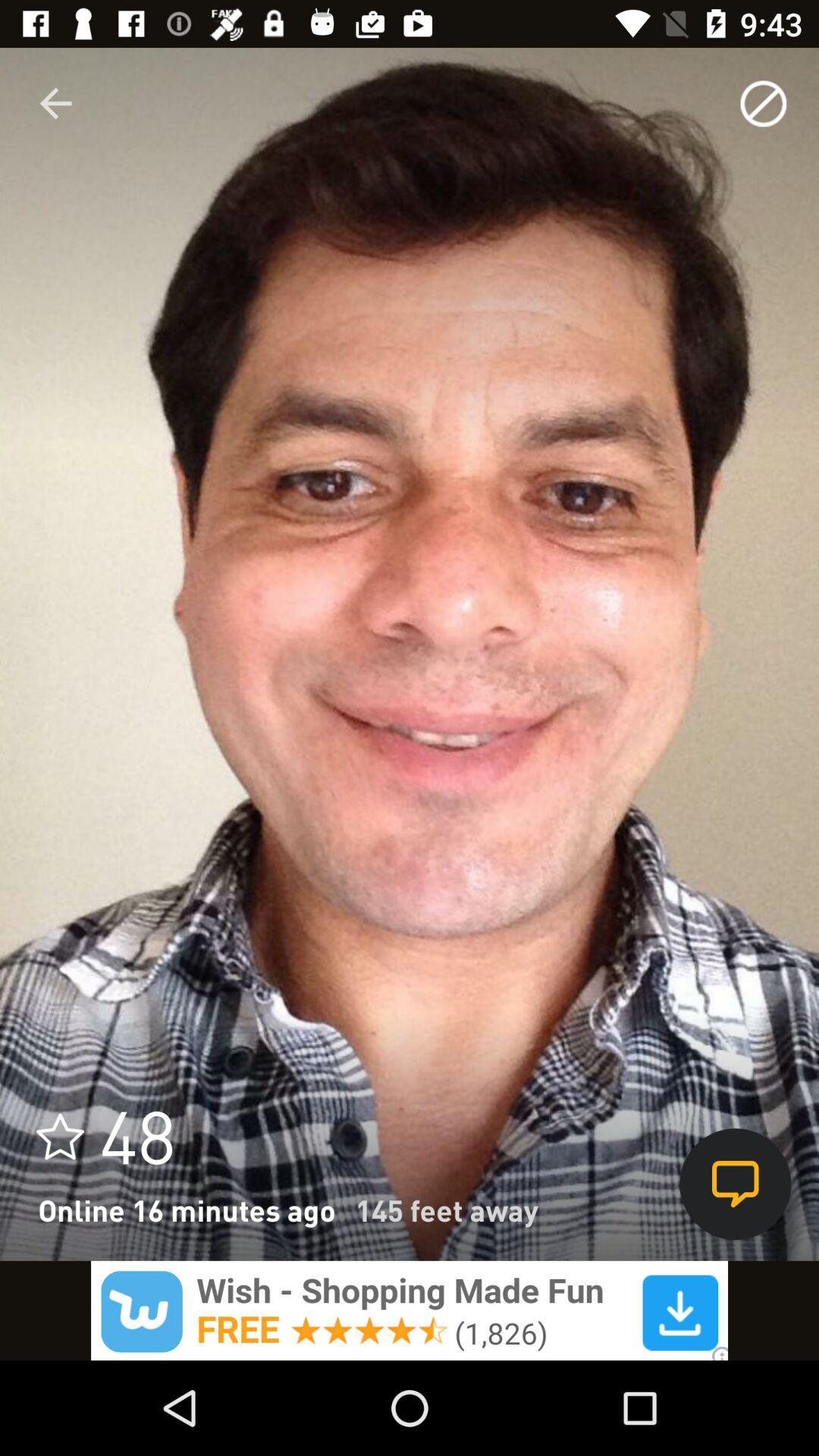 Image resolution: width=819 pixels, height=1456 pixels. I want to click on click advertisement, so click(409, 1310).